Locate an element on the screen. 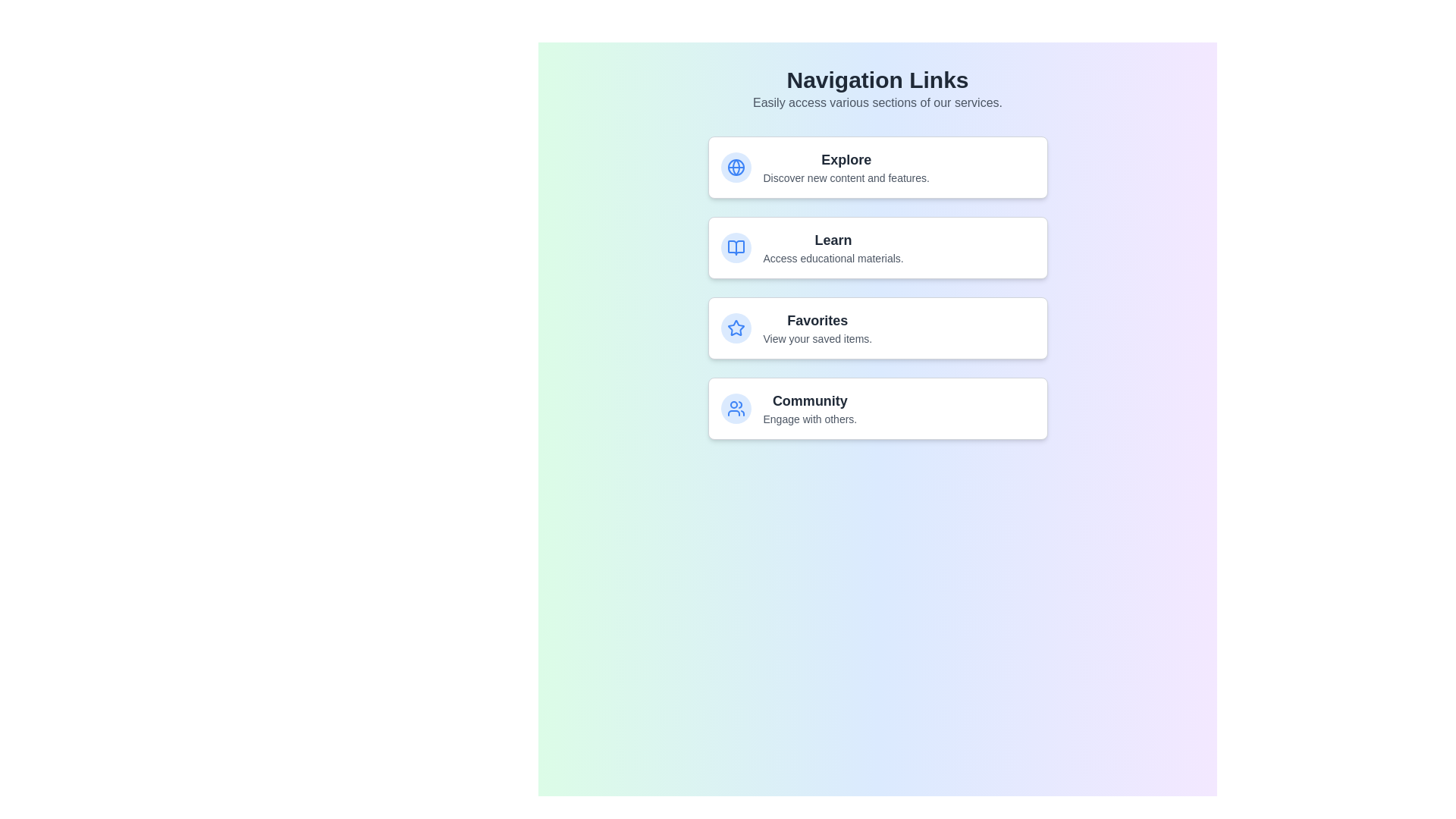  the text content element that has the title 'Explore' and a description stating 'Discover new content and features.' is located at coordinates (846, 167).